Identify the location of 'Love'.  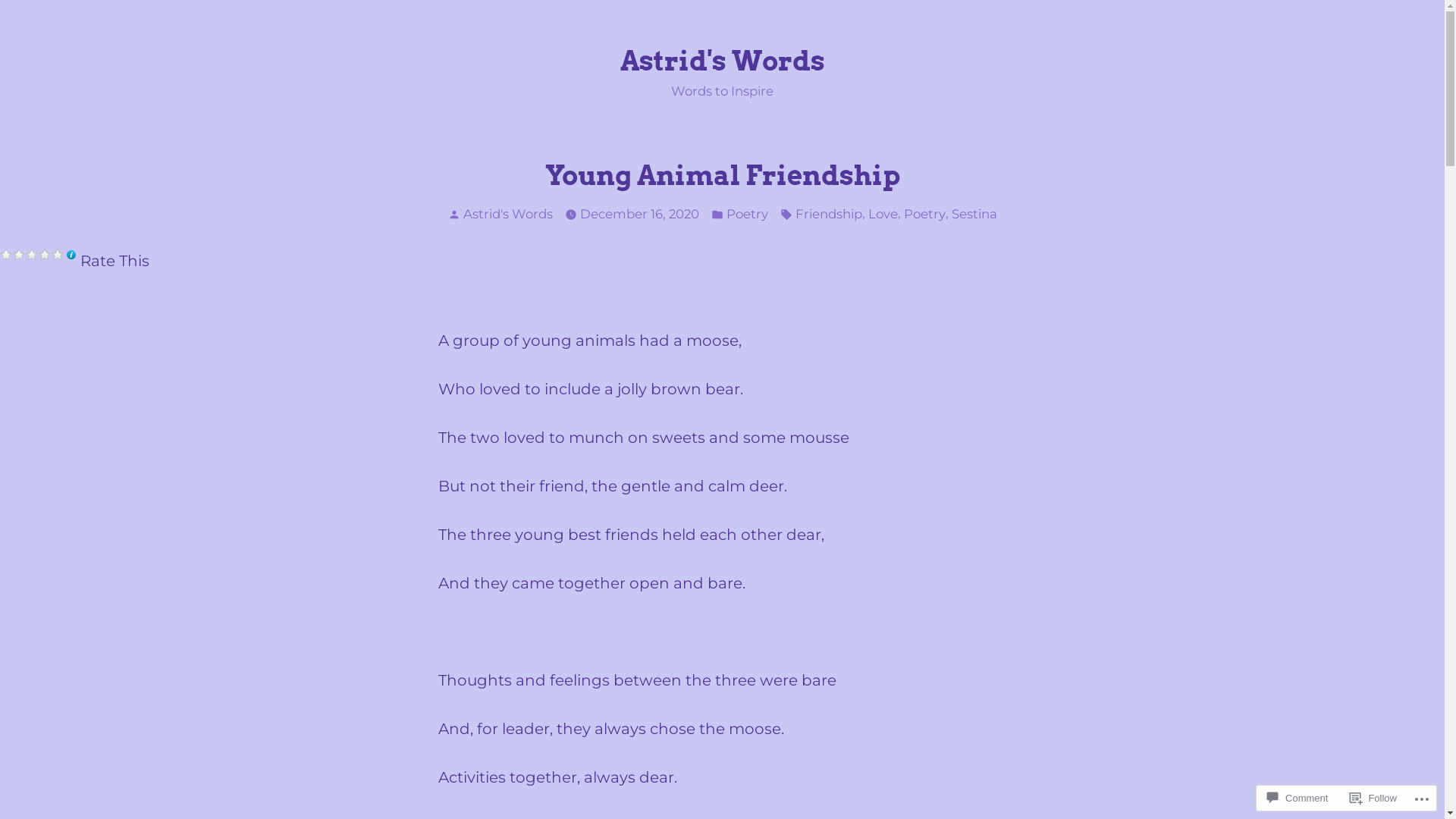
(882, 214).